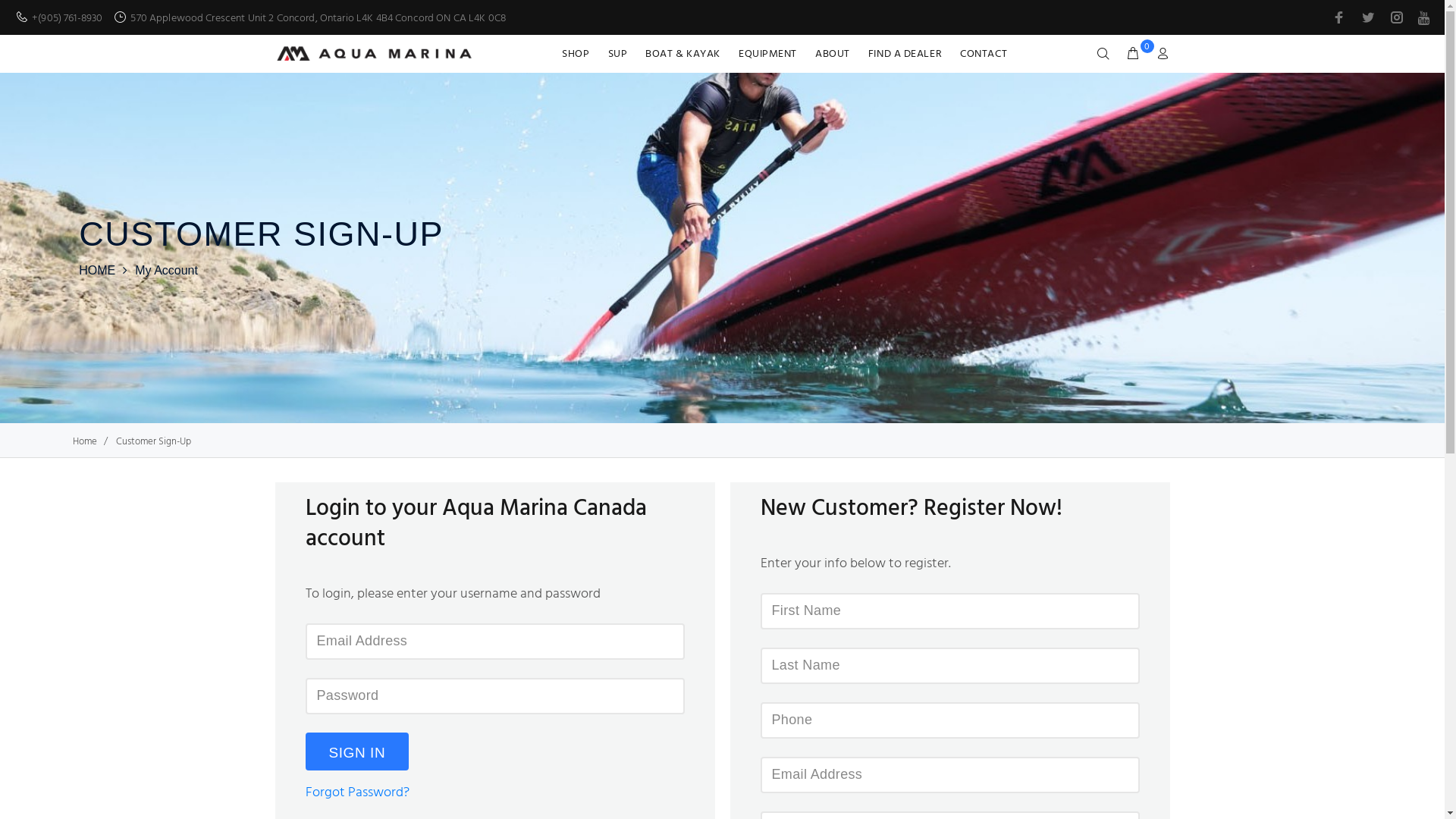 This screenshot has width=1456, height=819. Describe the element at coordinates (1340, 17) in the screenshot. I see `'Facebook'` at that location.